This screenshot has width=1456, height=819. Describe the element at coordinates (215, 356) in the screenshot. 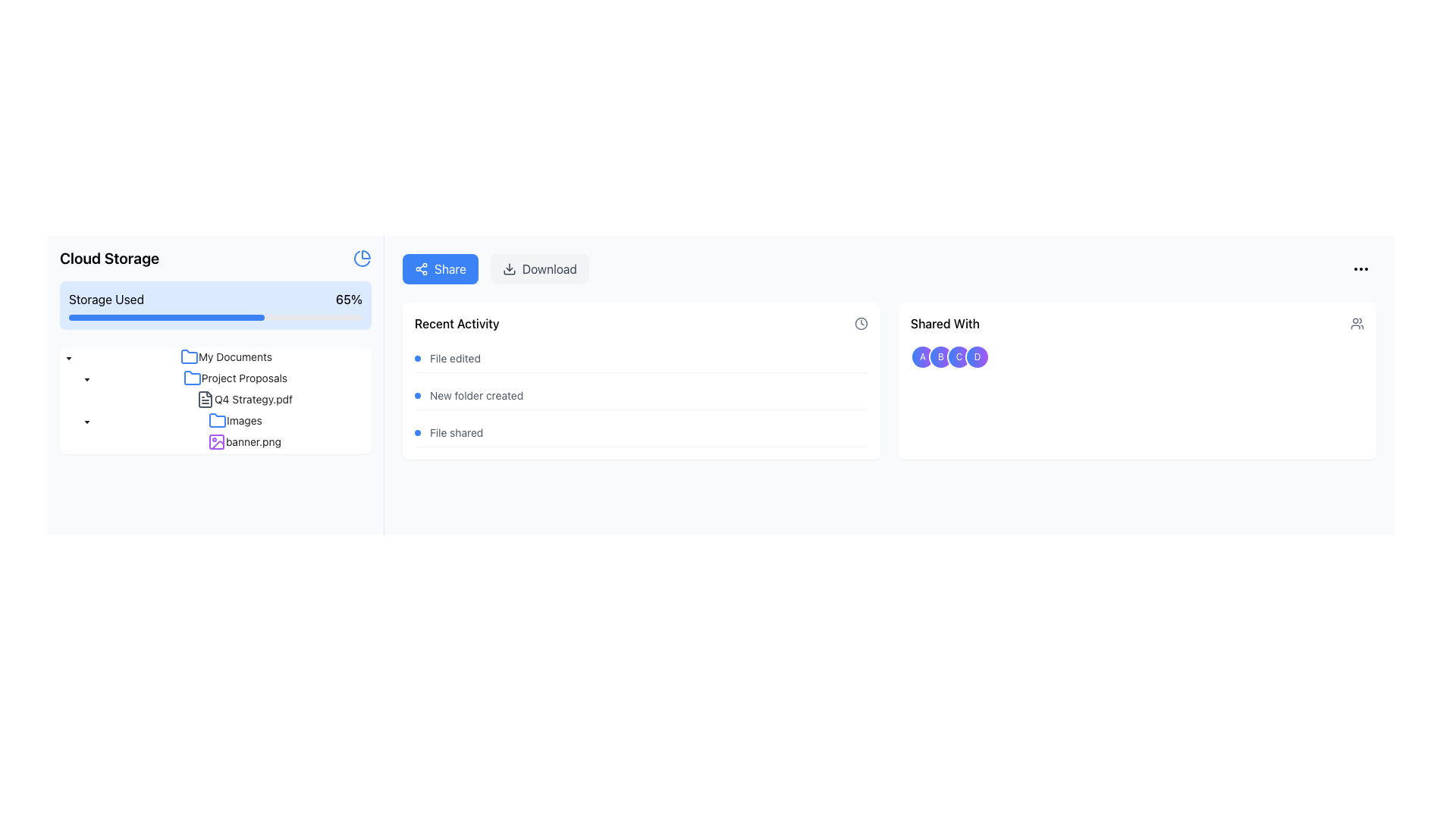

I see `the Tree item or folder node in the 'Cloud Storage' widget` at that location.